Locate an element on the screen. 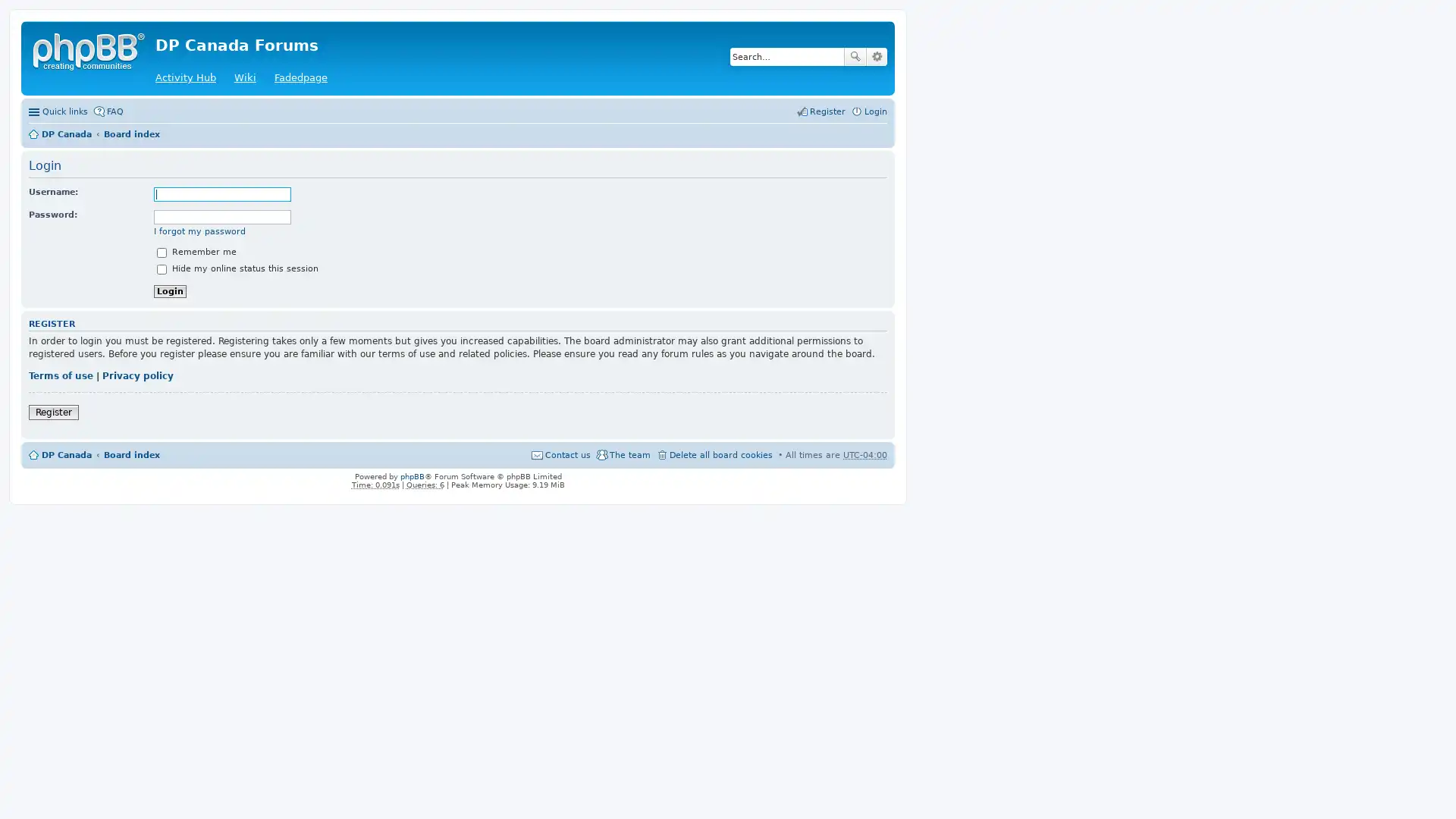 The height and width of the screenshot is (819, 1456). Search is located at coordinates (855, 55).